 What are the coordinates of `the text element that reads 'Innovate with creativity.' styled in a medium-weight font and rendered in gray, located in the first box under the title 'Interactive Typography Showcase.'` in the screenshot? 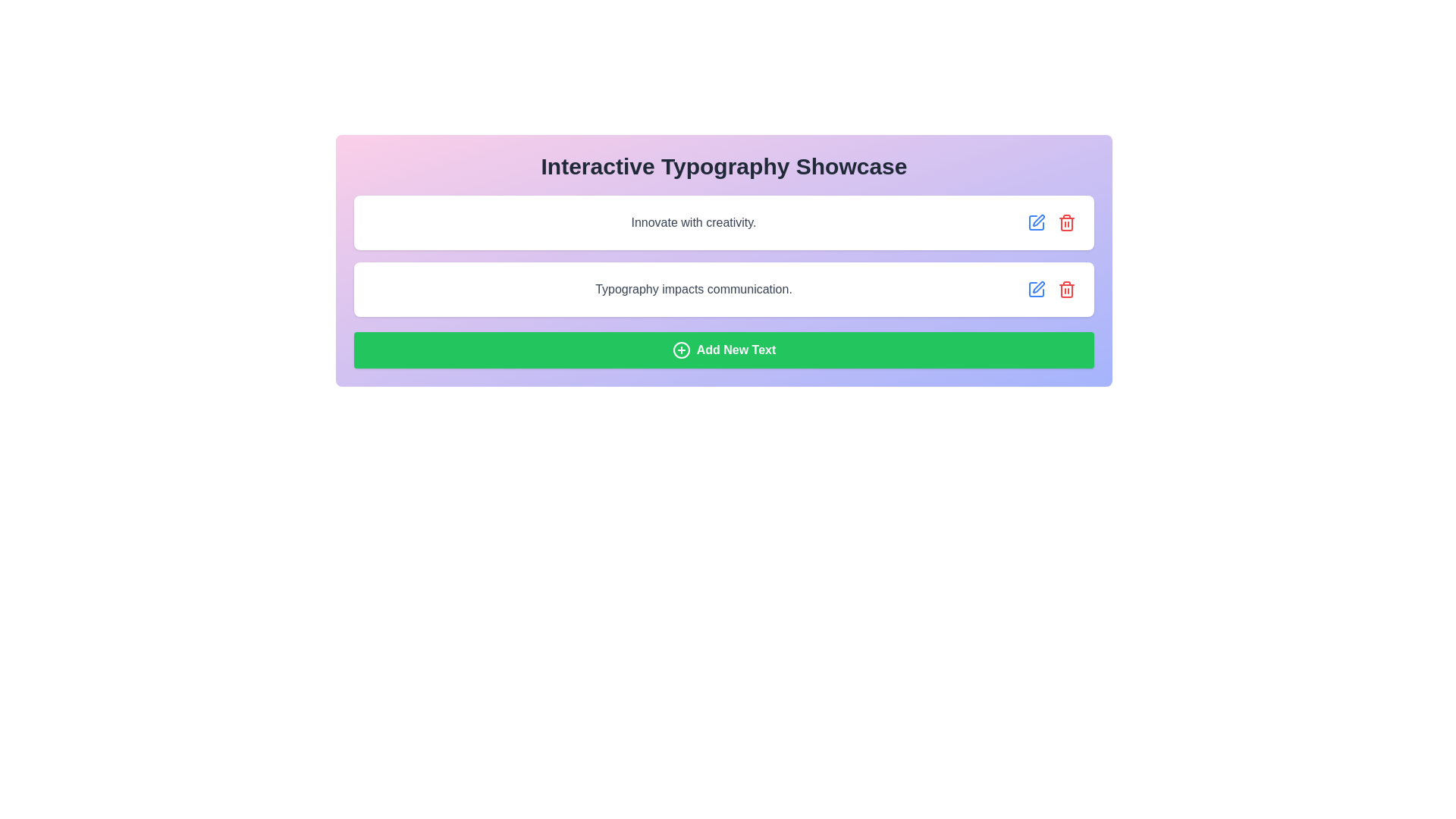 It's located at (693, 222).